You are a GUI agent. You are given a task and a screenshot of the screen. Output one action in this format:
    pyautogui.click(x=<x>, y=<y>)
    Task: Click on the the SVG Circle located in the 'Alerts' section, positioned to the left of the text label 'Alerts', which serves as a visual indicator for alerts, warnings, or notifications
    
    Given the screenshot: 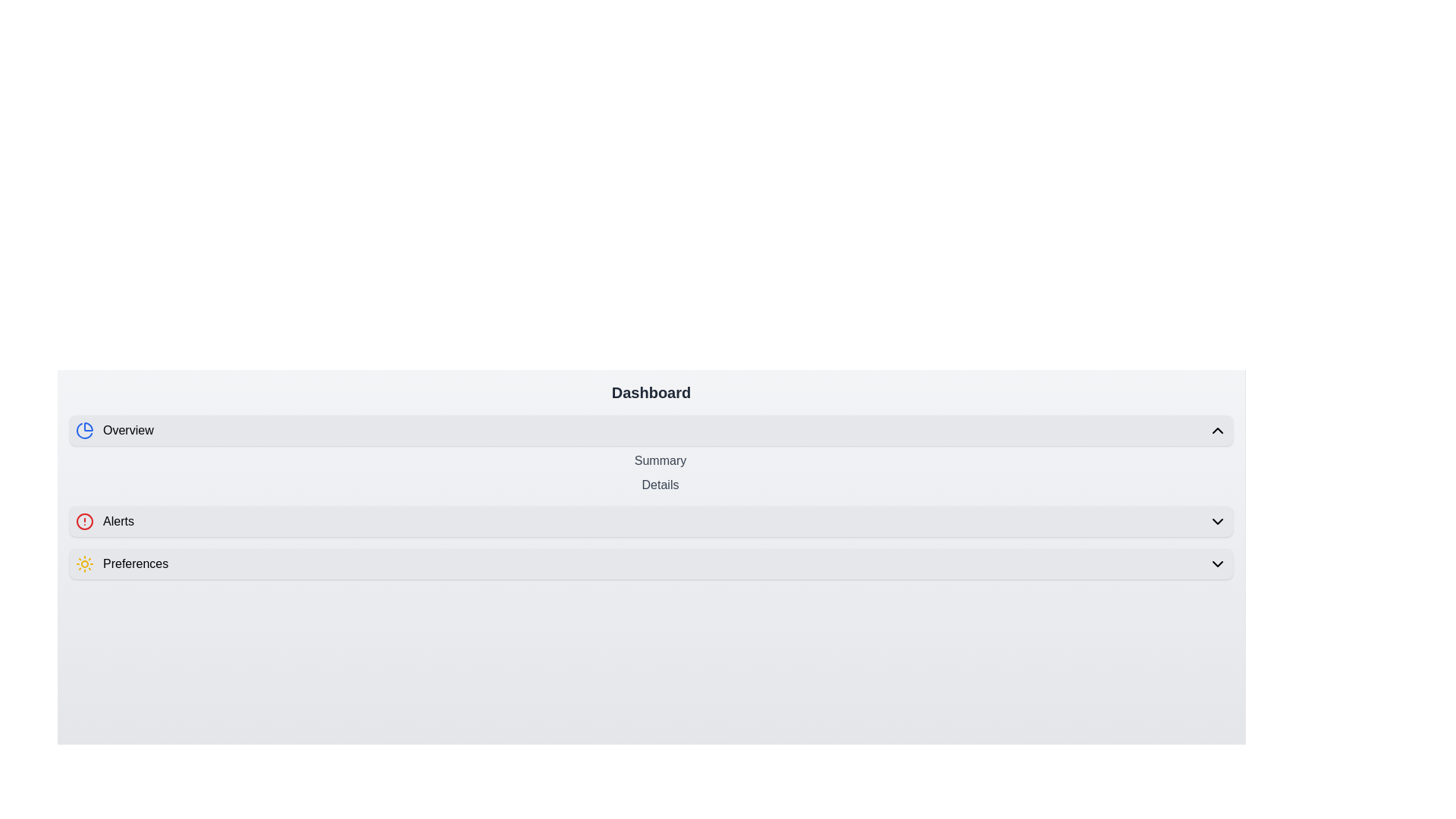 What is the action you would take?
    pyautogui.click(x=83, y=520)
    